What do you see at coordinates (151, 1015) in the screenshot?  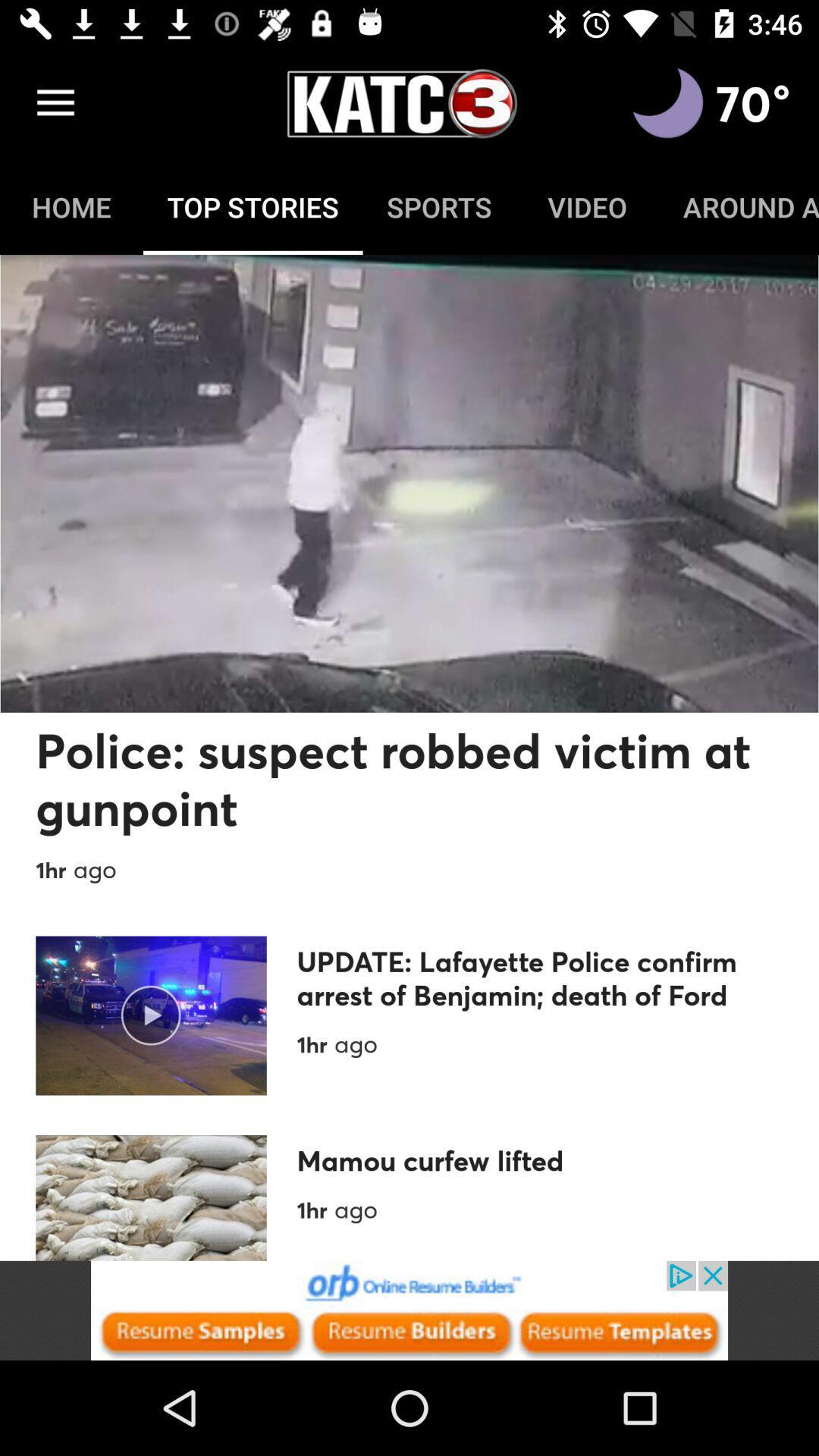 I see `the video left to the text update lafayette police confirm arrest of benjamin death of ford` at bounding box center [151, 1015].